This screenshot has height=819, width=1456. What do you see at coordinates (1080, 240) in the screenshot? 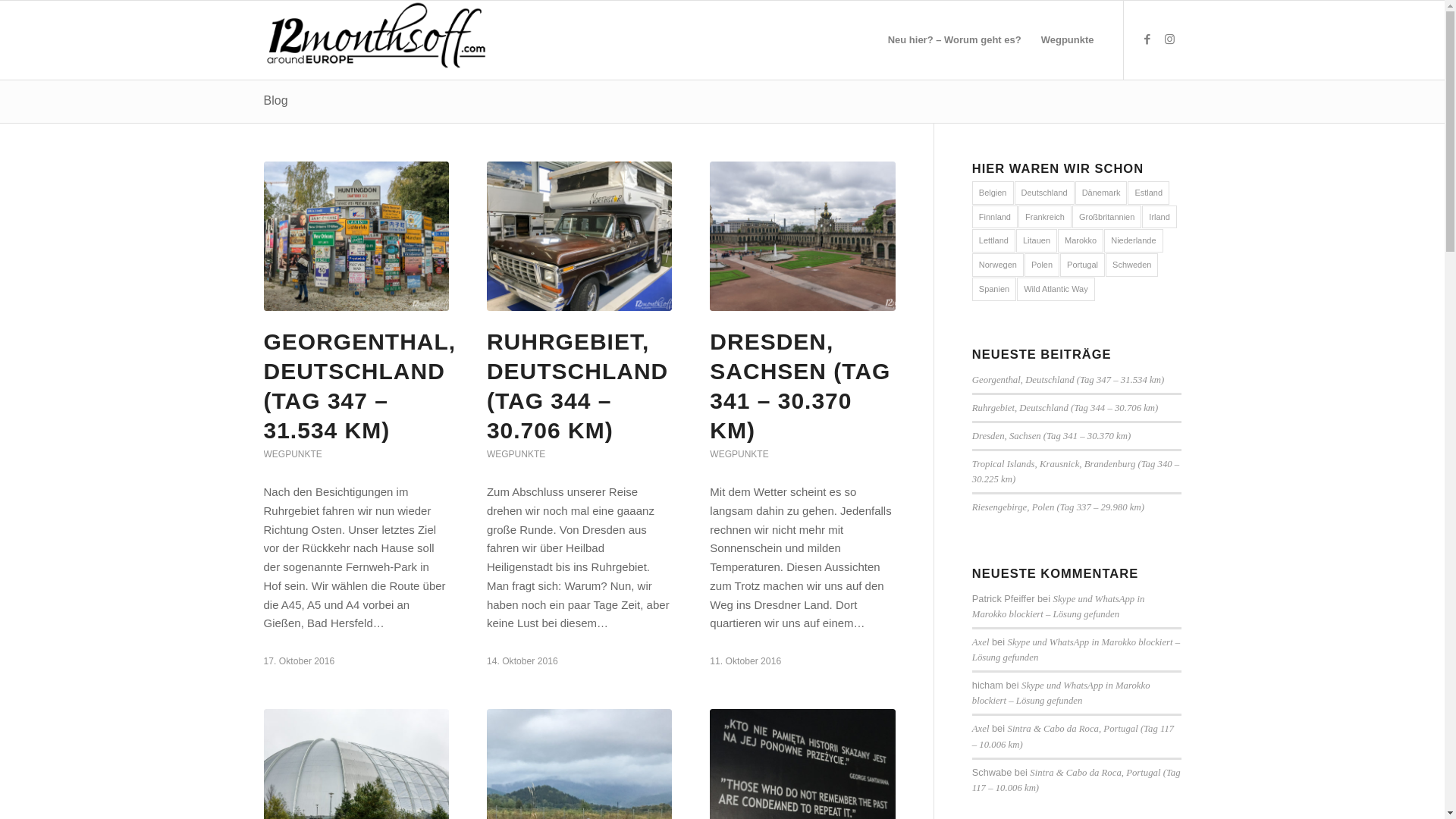
I see `'Marokko'` at bounding box center [1080, 240].